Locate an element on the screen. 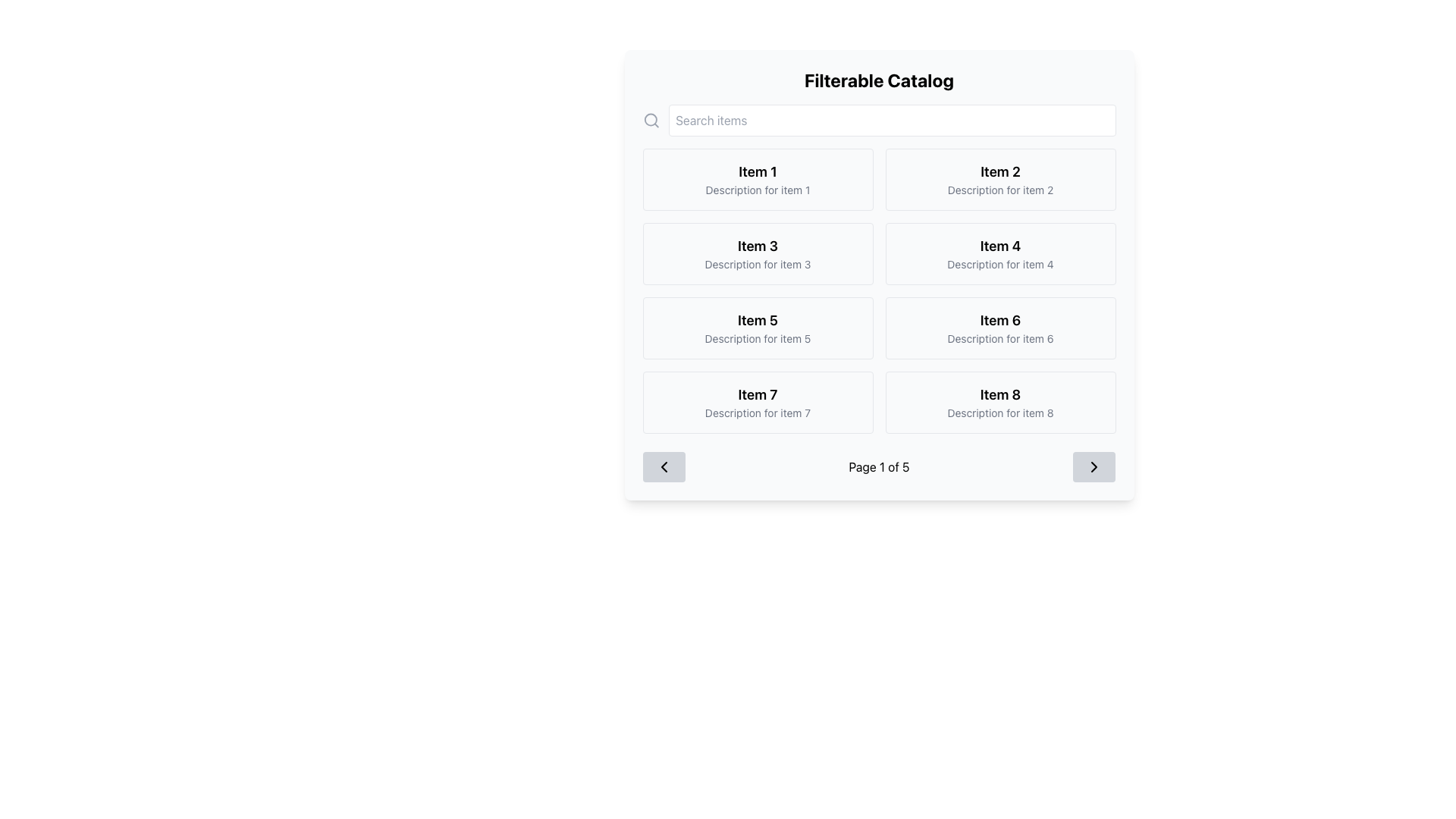  the descriptive text label located below the 'Item 8' title in the 'Item 8' card, which is styled with a smaller gray font and centrally aligned is located at coordinates (1000, 413).